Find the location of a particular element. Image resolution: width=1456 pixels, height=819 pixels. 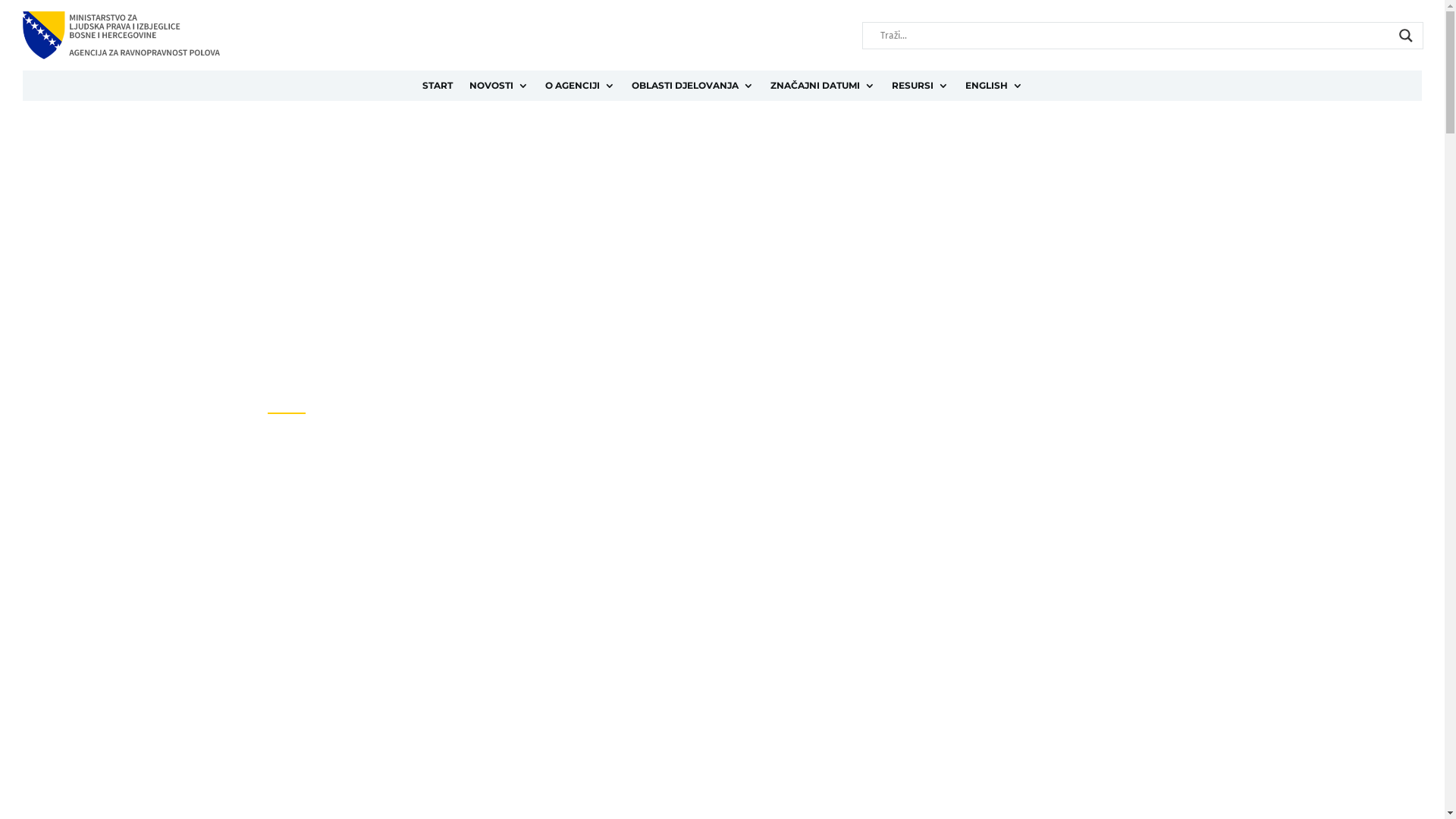

'OBLASTI DJELOVANJA' is located at coordinates (630, 88).